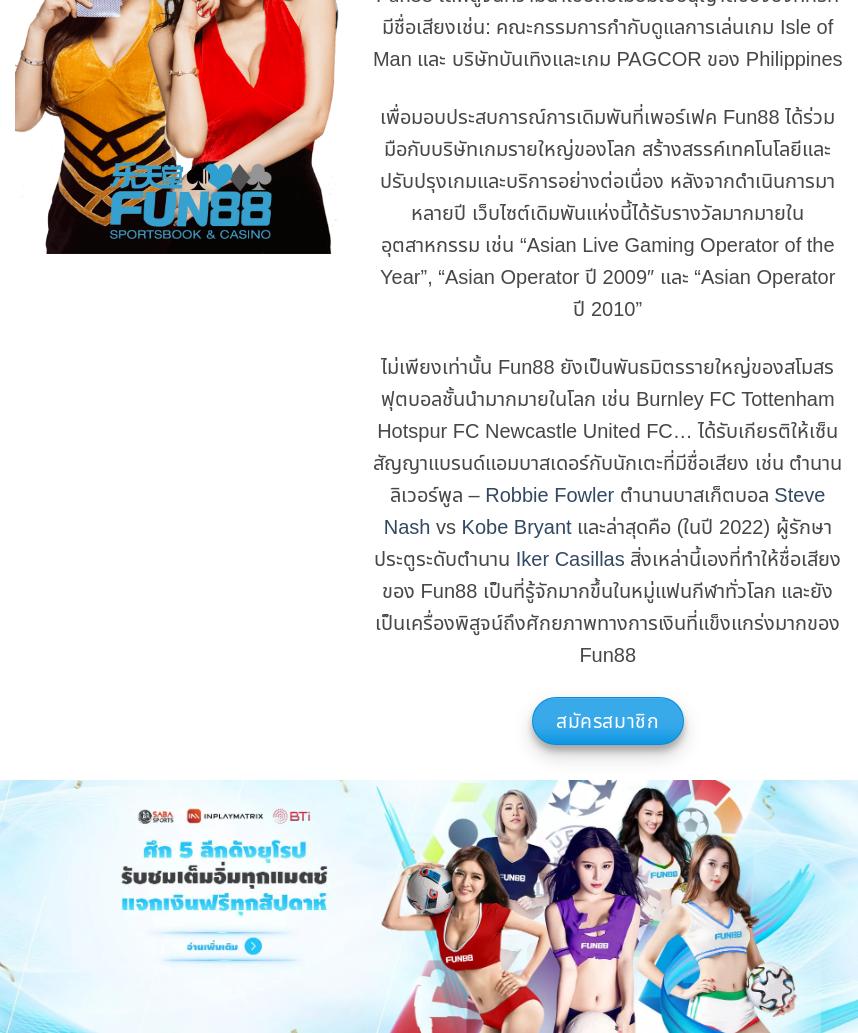 This screenshot has width=858, height=1033. I want to click on 'Iker Casillas', so click(568, 557).